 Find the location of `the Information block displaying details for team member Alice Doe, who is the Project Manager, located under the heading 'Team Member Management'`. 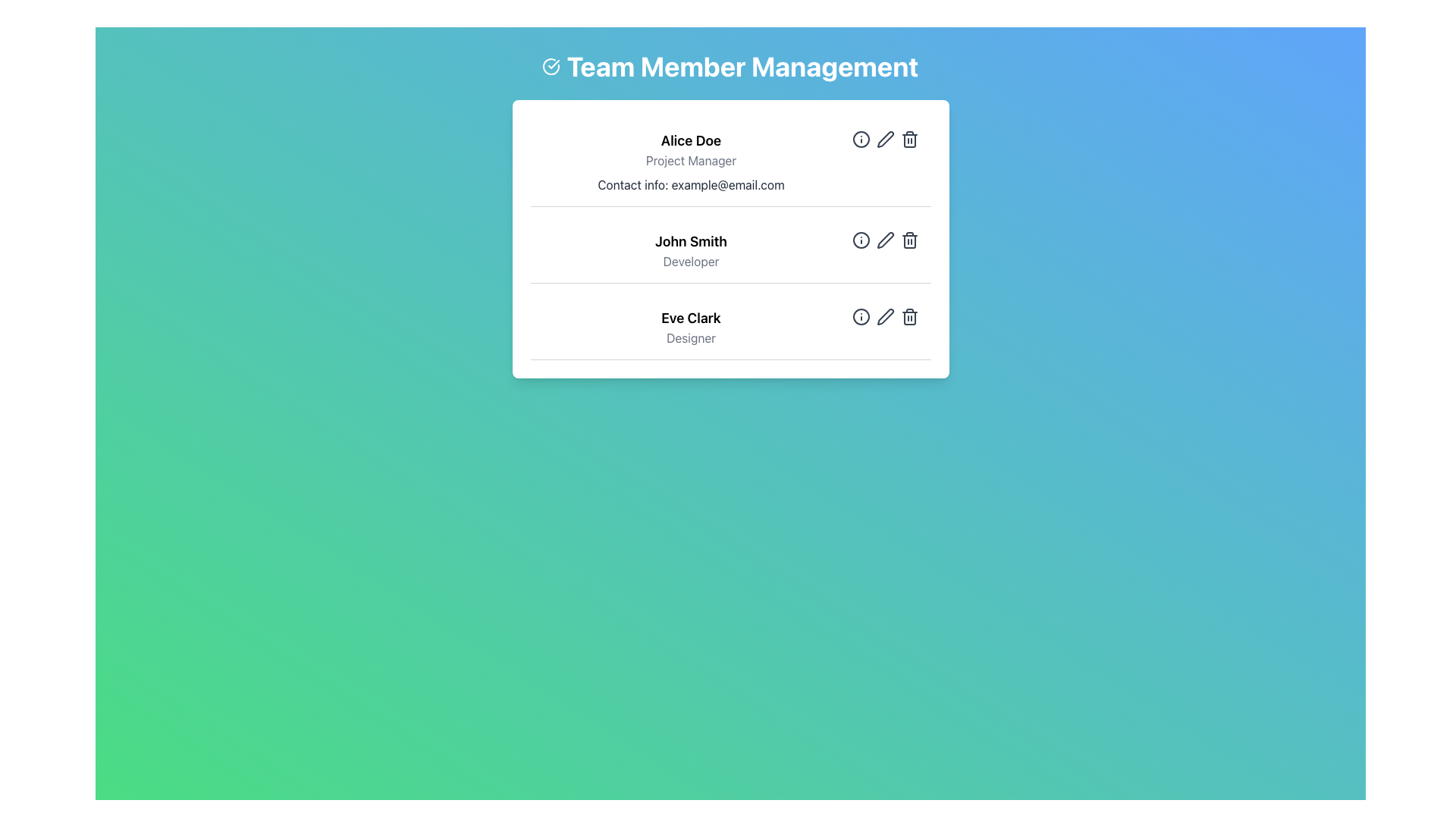

the Information block displaying details for team member Alice Doe, who is the Project Manager, located under the heading 'Team Member Management' is located at coordinates (730, 162).